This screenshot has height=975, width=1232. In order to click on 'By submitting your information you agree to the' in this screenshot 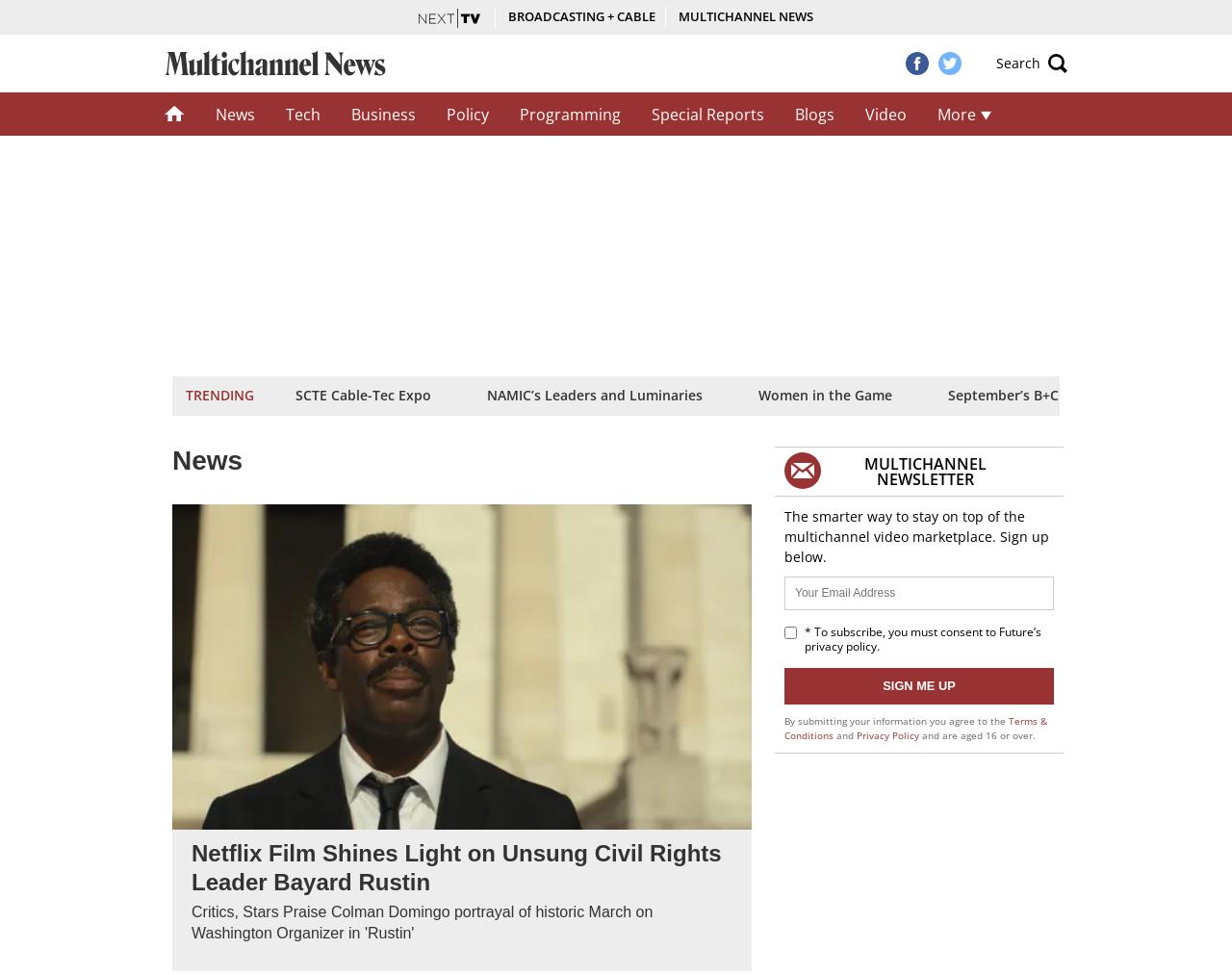, I will do `click(895, 719)`.